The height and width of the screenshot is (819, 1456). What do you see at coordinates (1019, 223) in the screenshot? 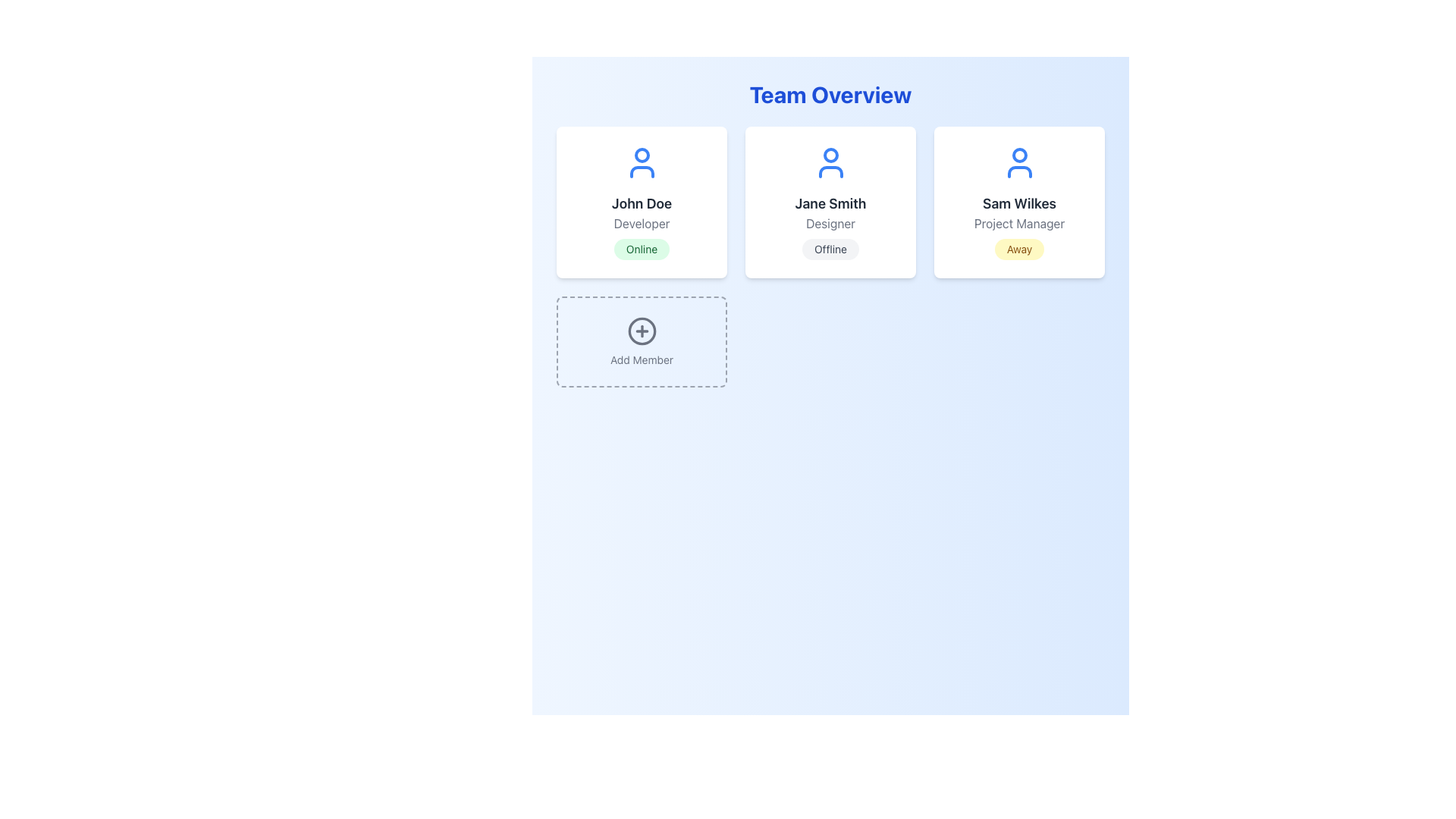
I see `the 'Project Manager' text label element displayed in gray, located directly below 'Sam Wilkes' and above the 'Away' badge` at bounding box center [1019, 223].